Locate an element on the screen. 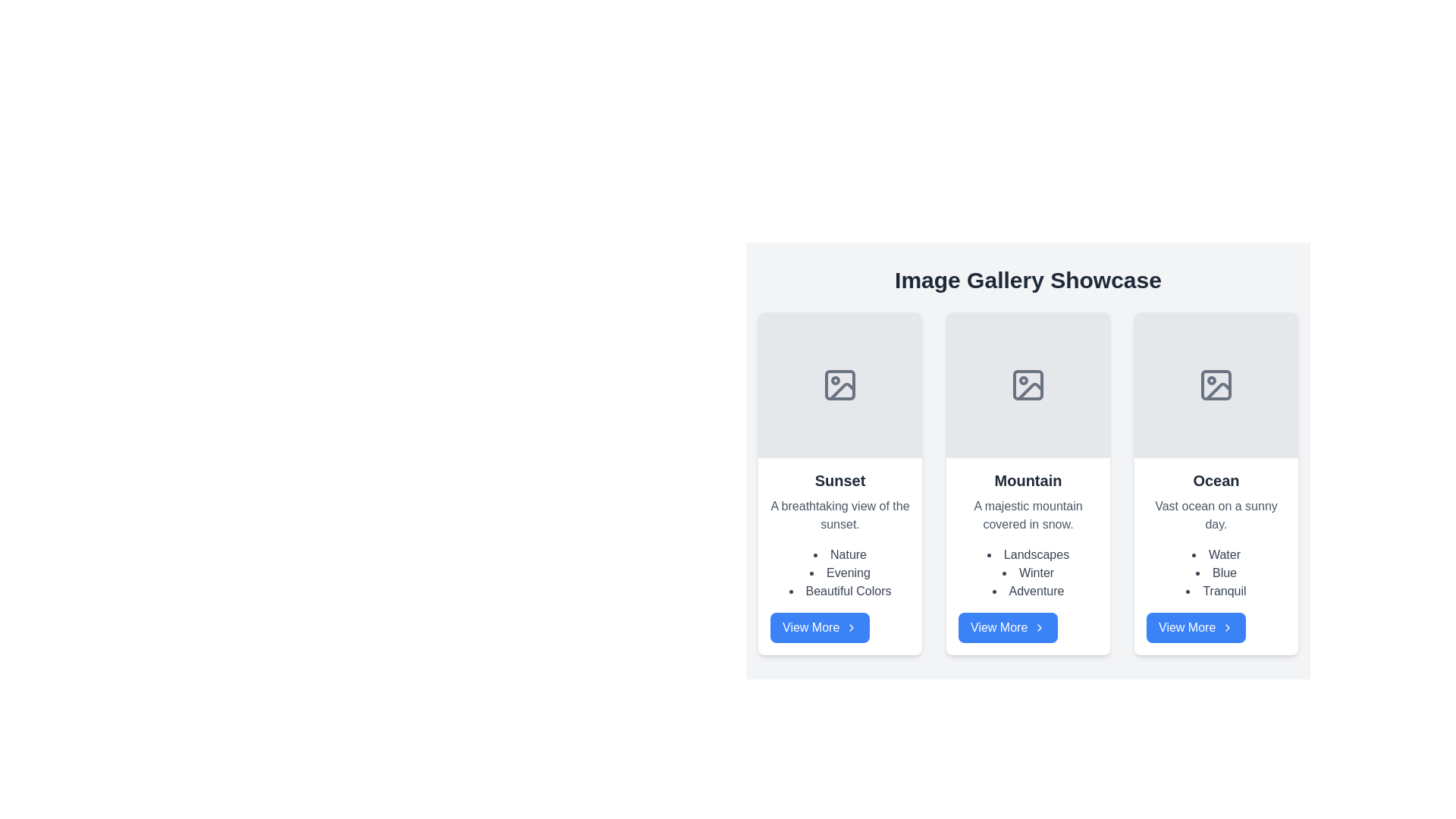 This screenshot has height=819, width=1456. the Information card about the mountain, which is the second card in a row of three under the 'Image Gallery Showcase' heading is located at coordinates (1028, 556).